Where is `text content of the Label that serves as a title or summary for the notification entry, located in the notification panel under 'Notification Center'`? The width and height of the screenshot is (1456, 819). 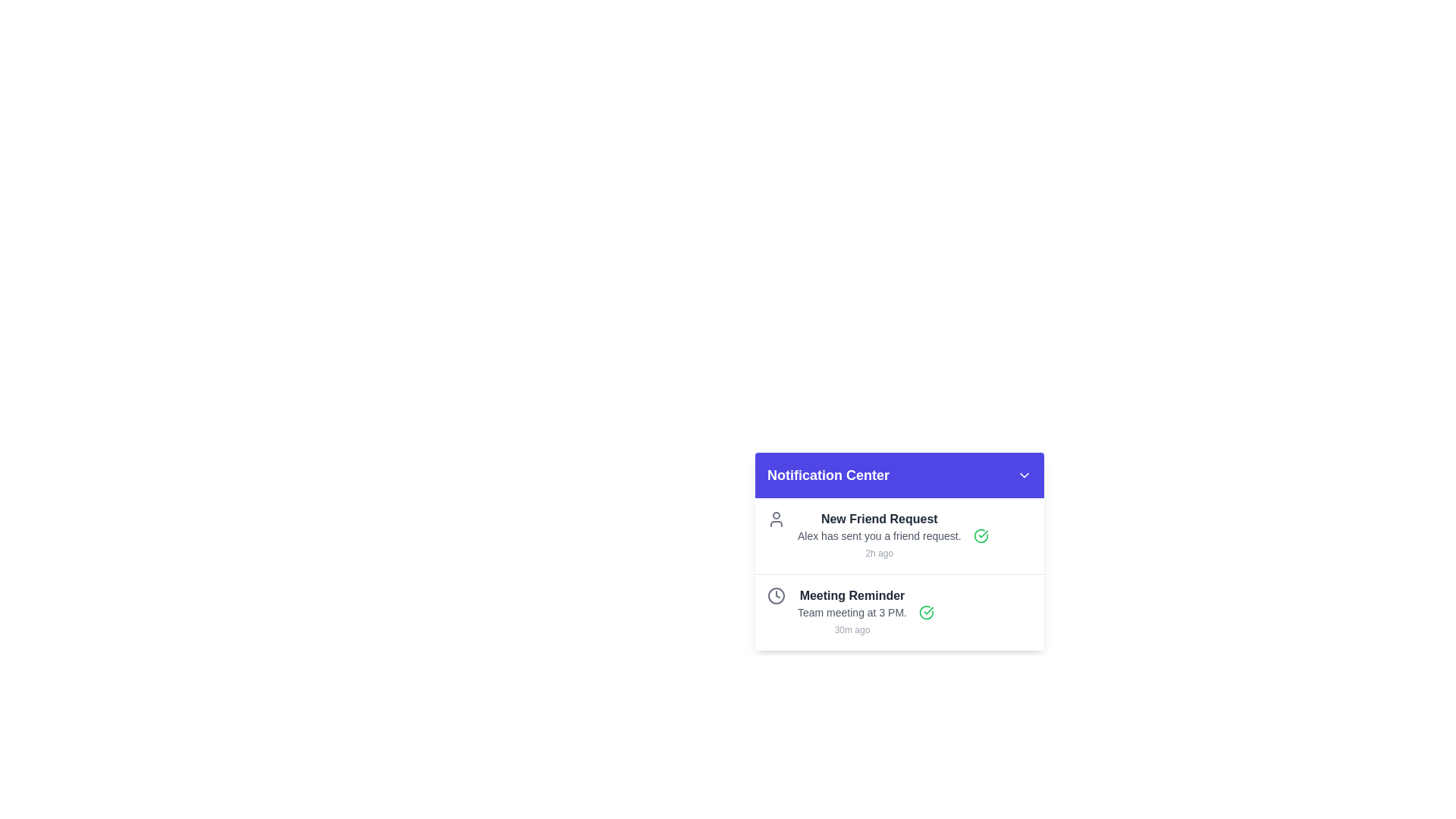
text content of the Label that serves as a title or summary for the notification entry, located in the notification panel under 'Notification Center' is located at coordinates (879, 519).